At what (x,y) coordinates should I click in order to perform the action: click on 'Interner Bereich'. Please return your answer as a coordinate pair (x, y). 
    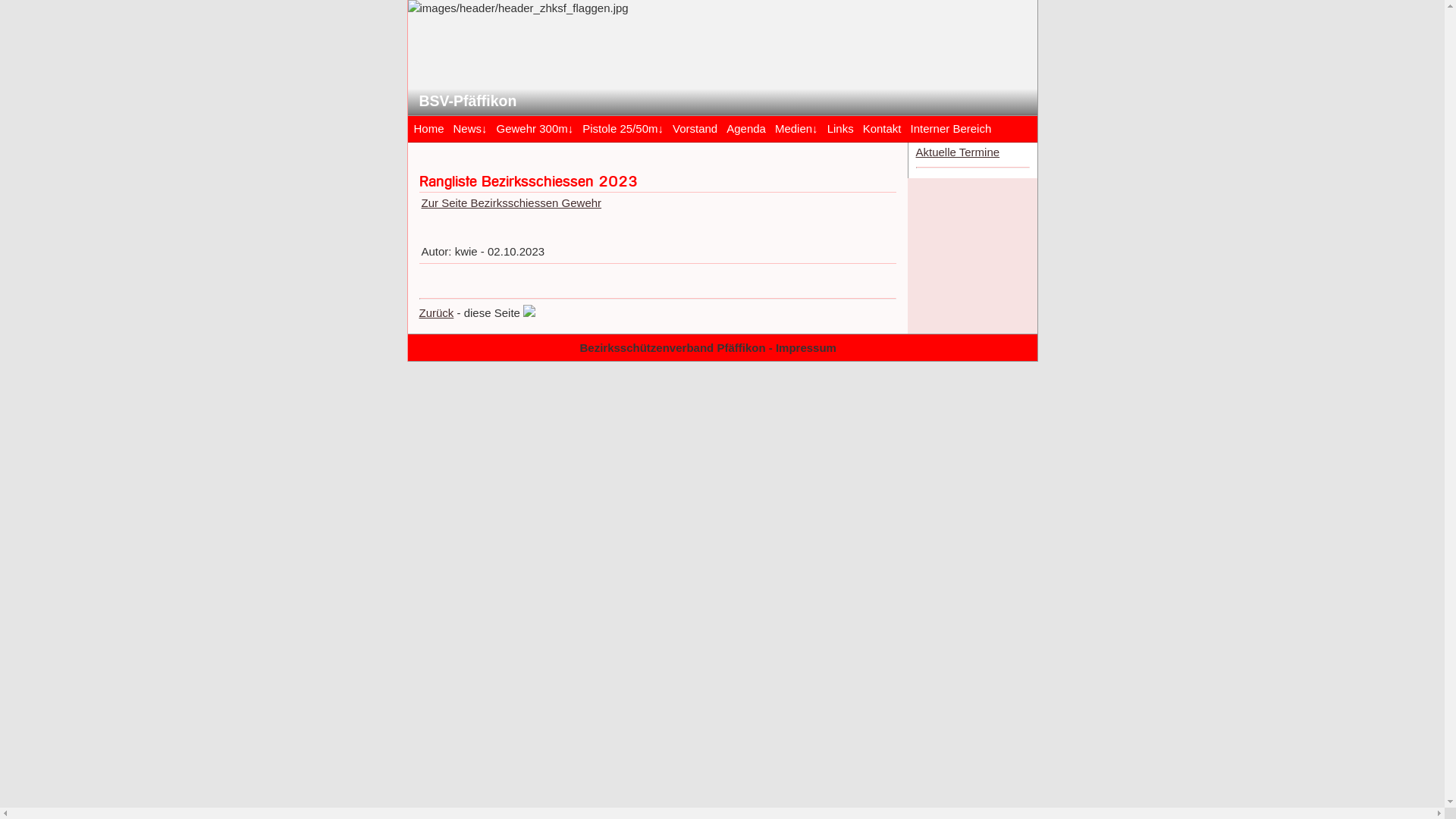
    Looking at the image, I should click on (950, 127).